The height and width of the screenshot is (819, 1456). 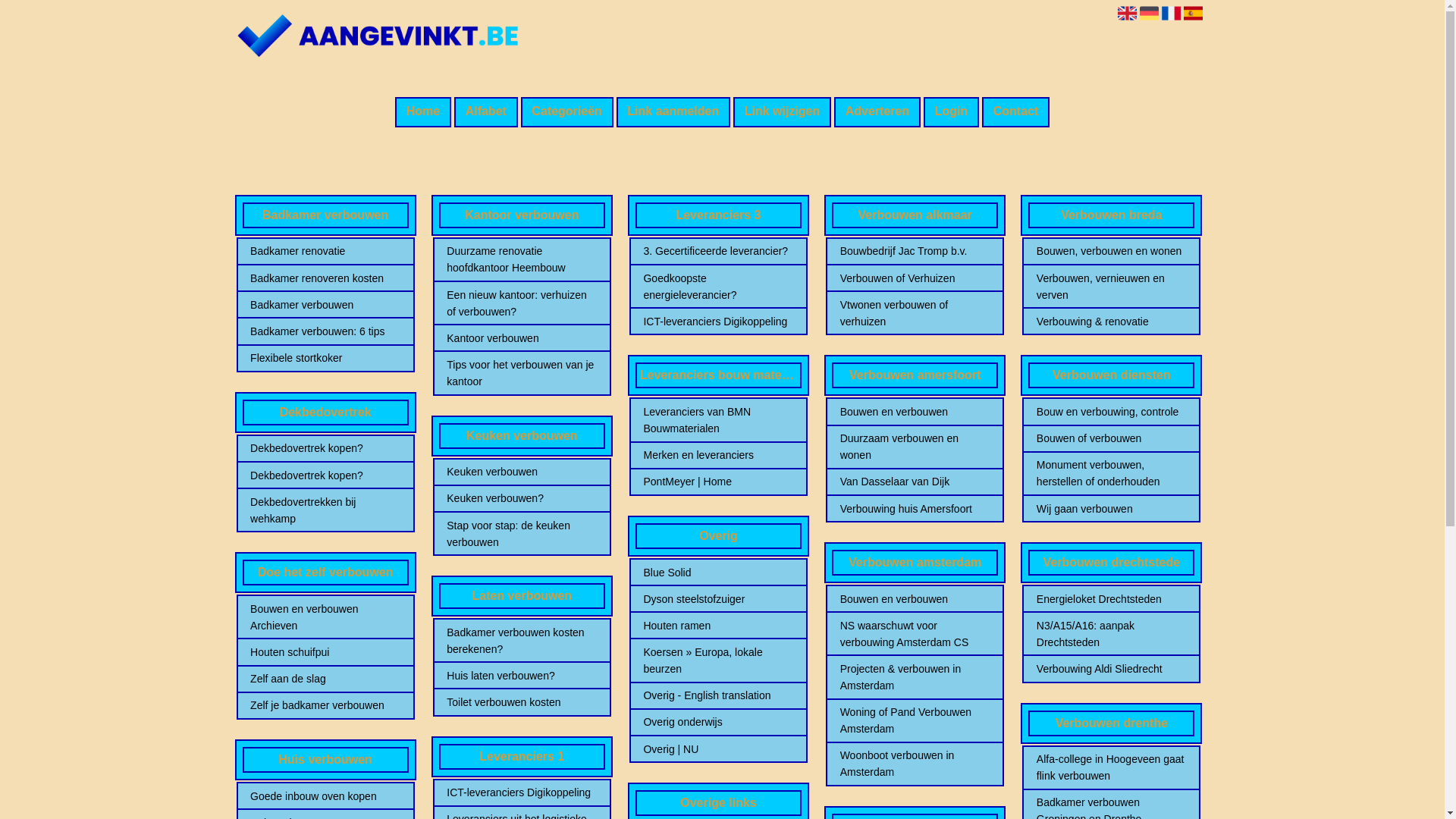 I want to click on 'Monument verbouwen, herstellen of onderhouden', so click(x=1111, y=472).